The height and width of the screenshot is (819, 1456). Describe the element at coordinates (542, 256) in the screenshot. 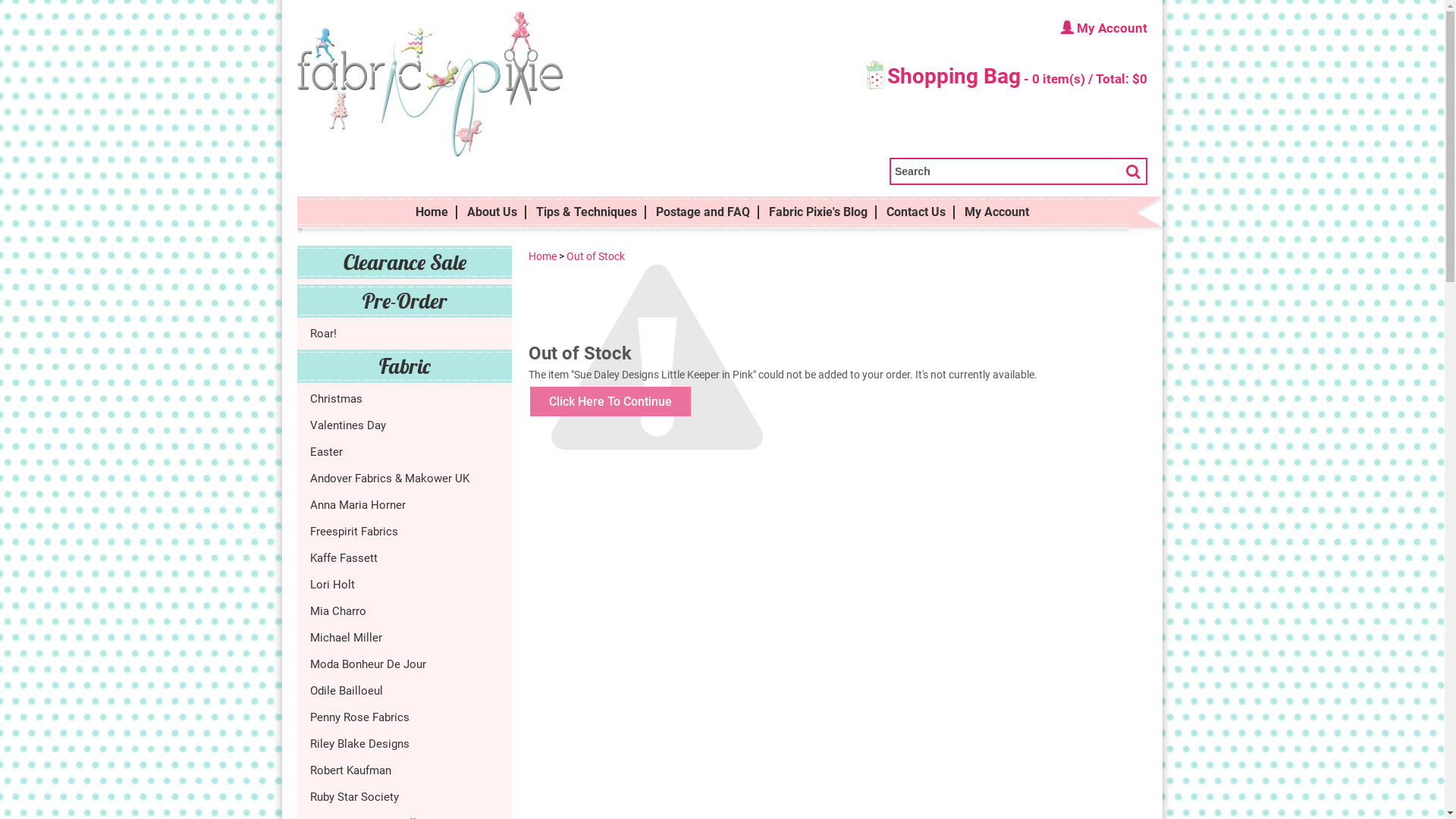

I see `'Home'` at that location.